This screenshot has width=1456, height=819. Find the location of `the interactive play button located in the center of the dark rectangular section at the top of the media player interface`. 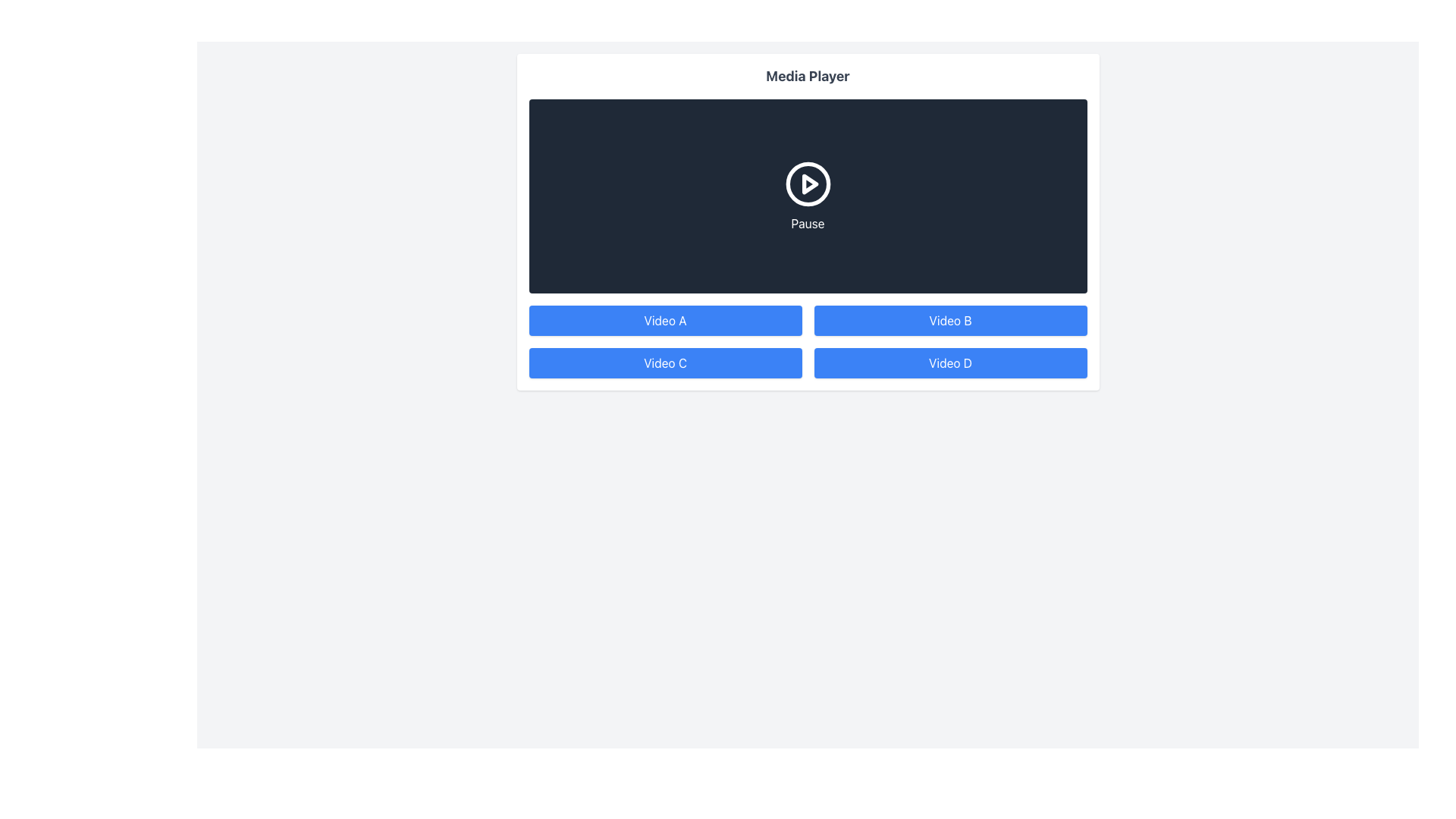

the interactive play button located in the center of the dark rectangular section at the top of the media player interface is located at coordinates (809, 184).